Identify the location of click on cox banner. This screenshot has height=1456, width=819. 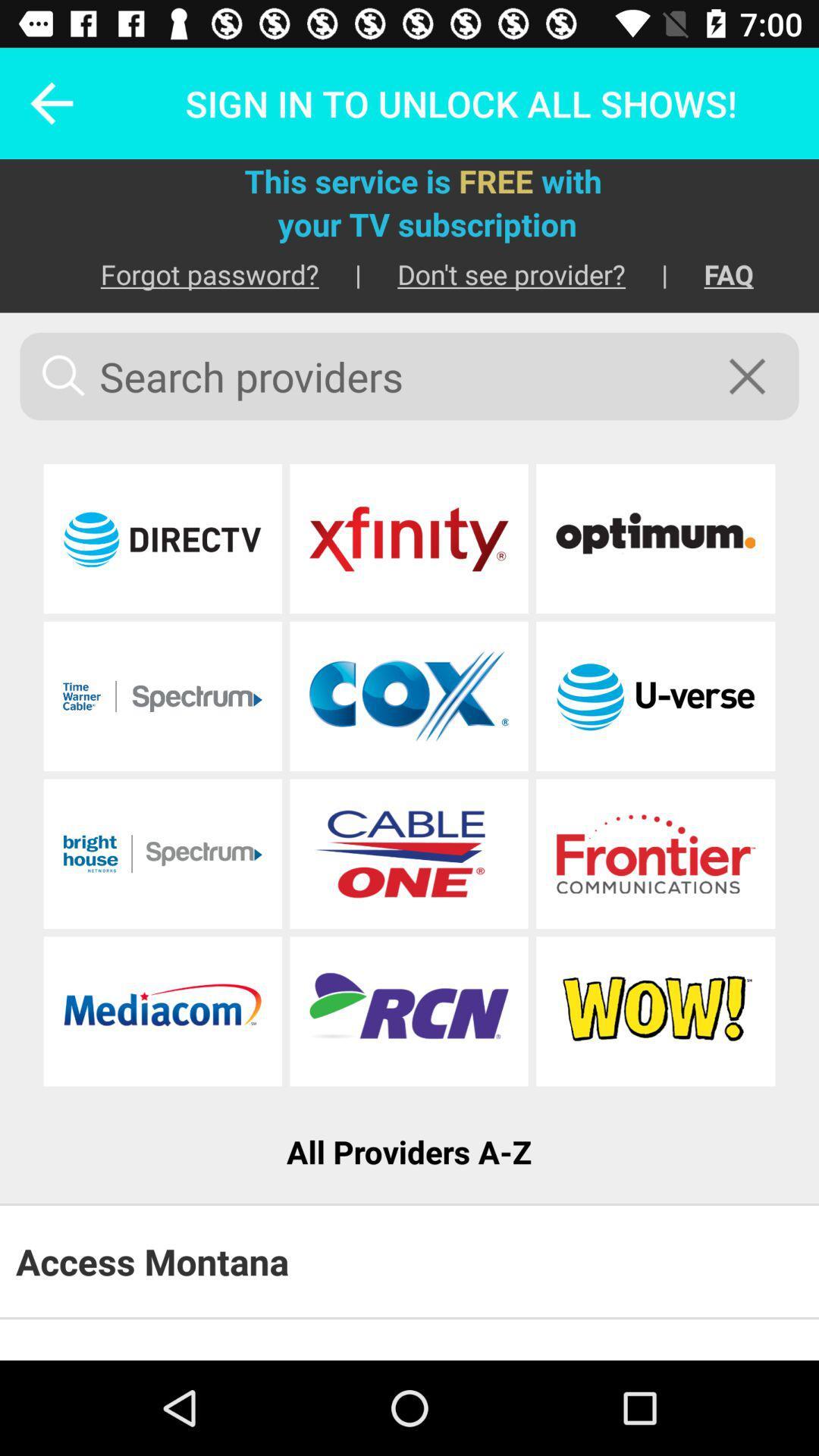
(408, 695).